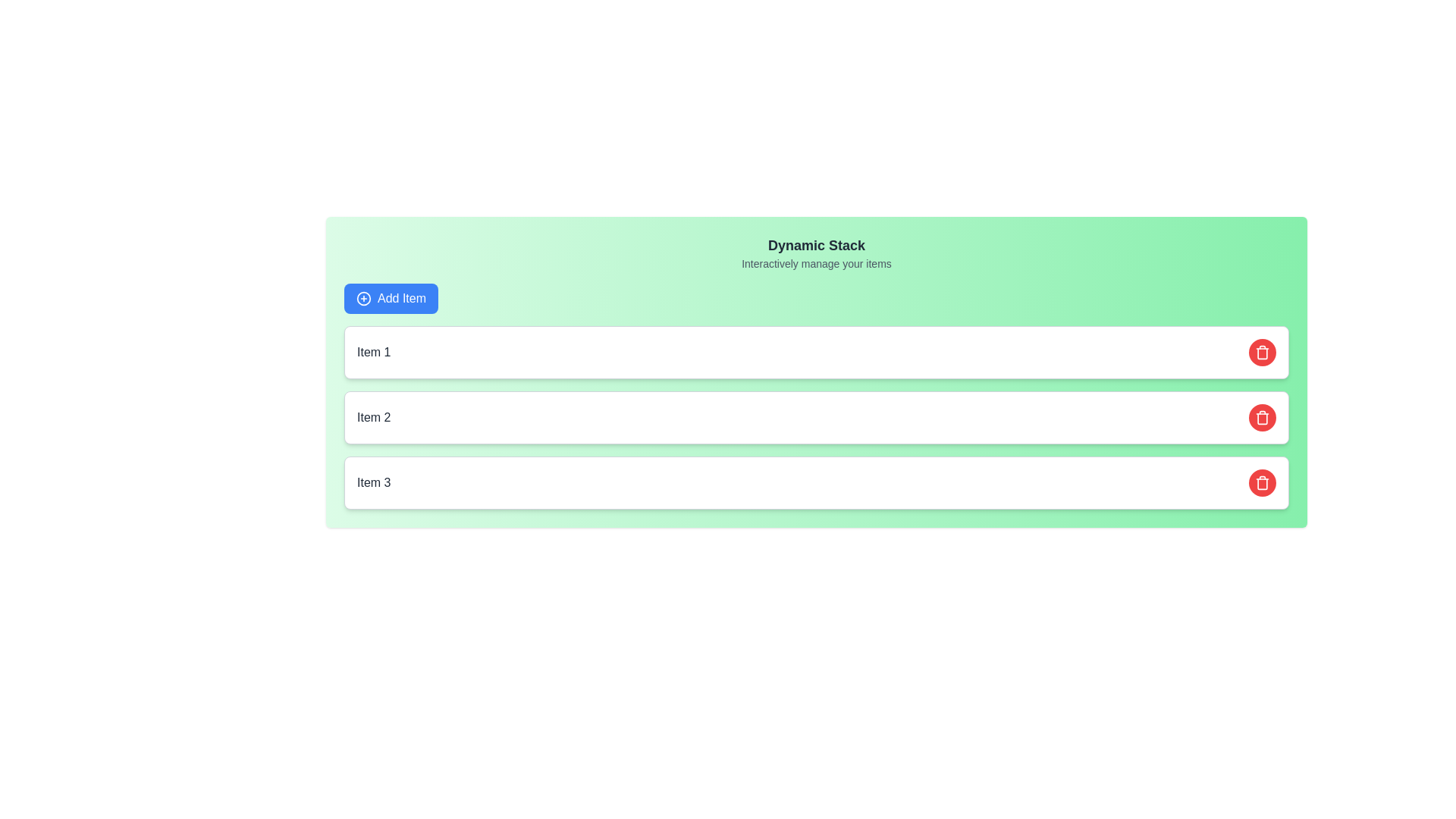  Describe the element at coordinates (364, 298) in the screenshot. I see `the outer circle element of the plus sign icon, which is part of the blue button next to the 'Add Item' text, to interact with the button` at that location.